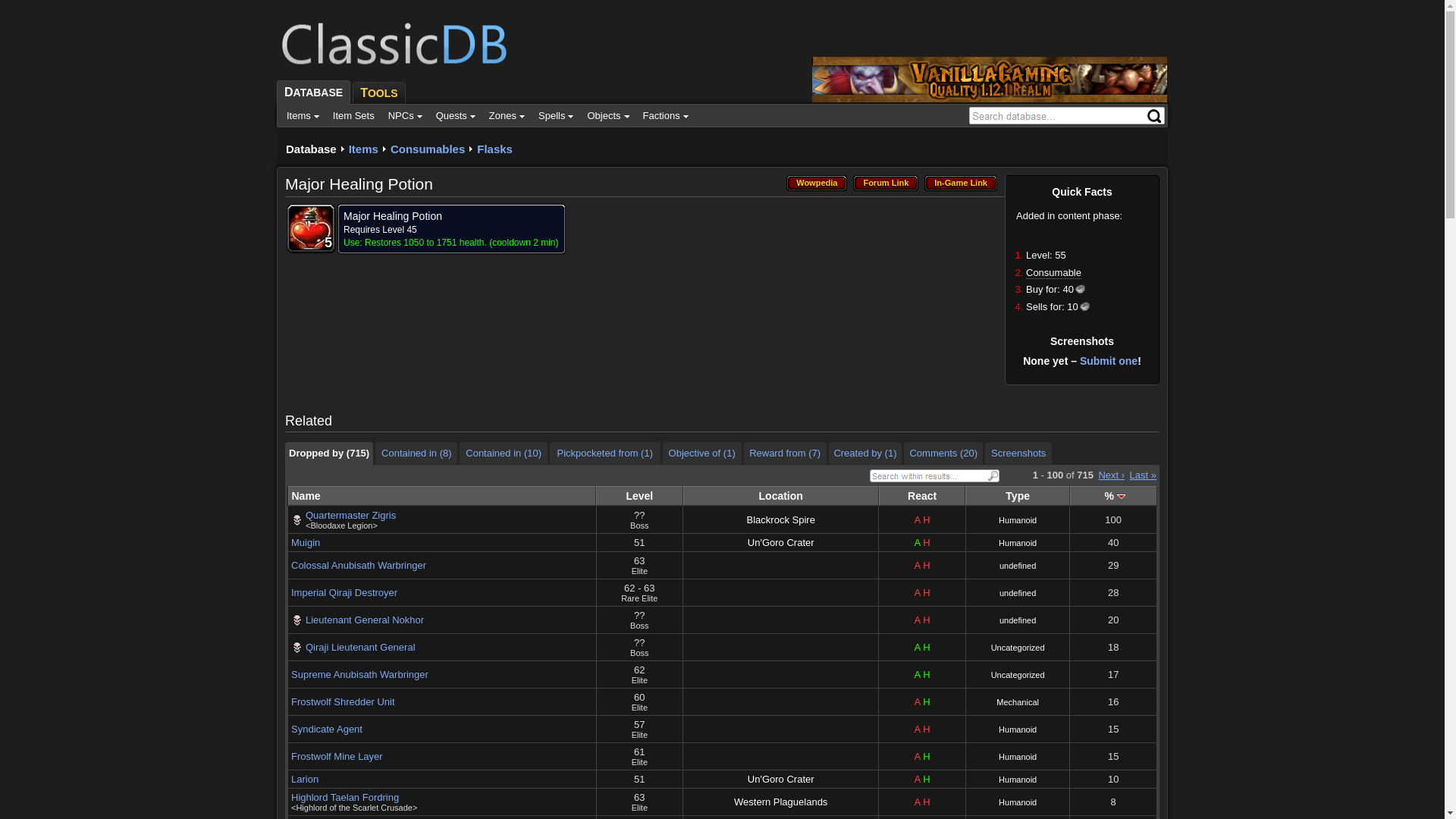 This screenshot has height=819, width=1456. I want to click on 'Frostwolf Mine Layer', so click(336, 756).